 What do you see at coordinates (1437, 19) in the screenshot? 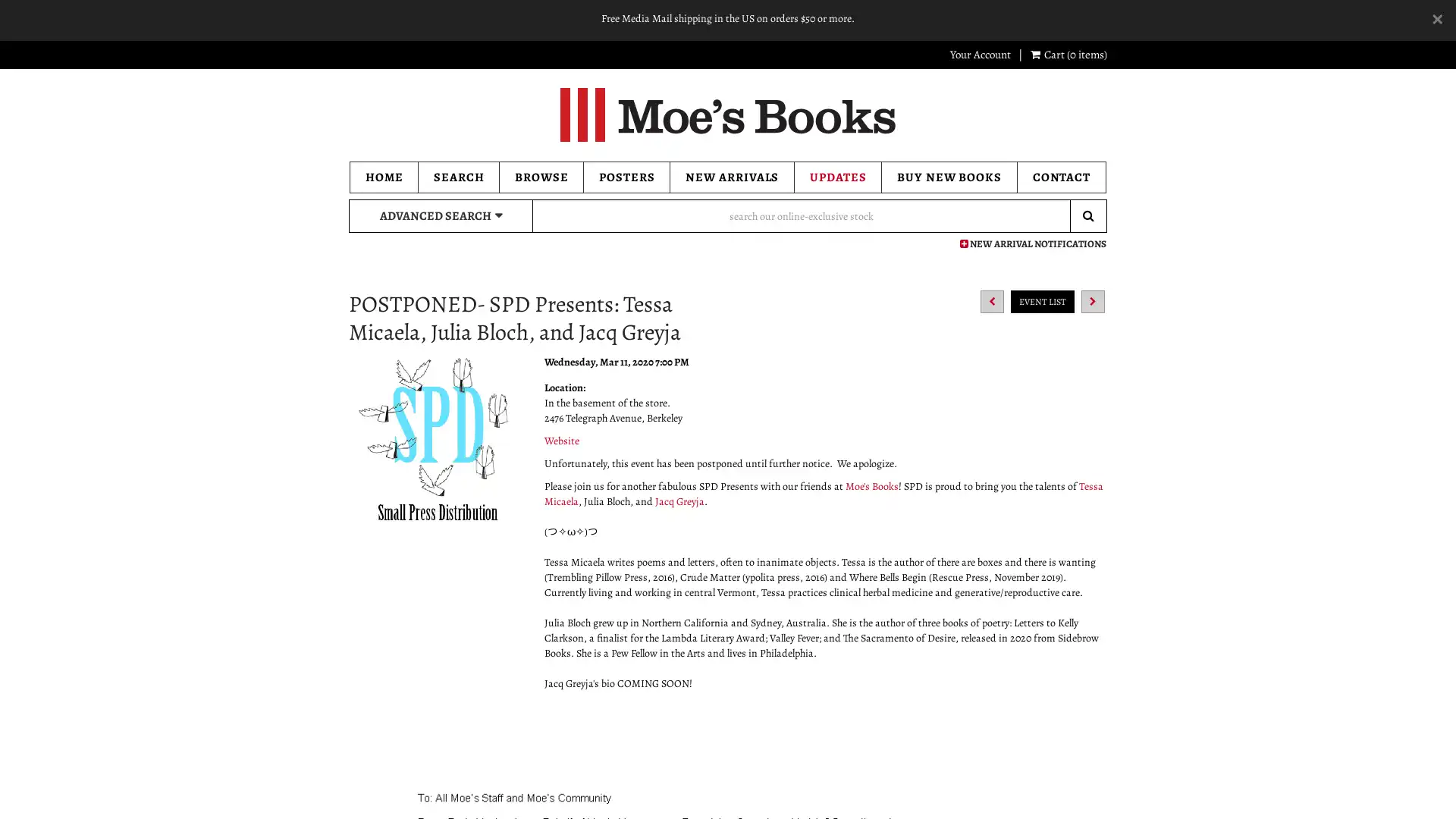
I see `Dismiss Alert` at bounding box center [1437, 19].